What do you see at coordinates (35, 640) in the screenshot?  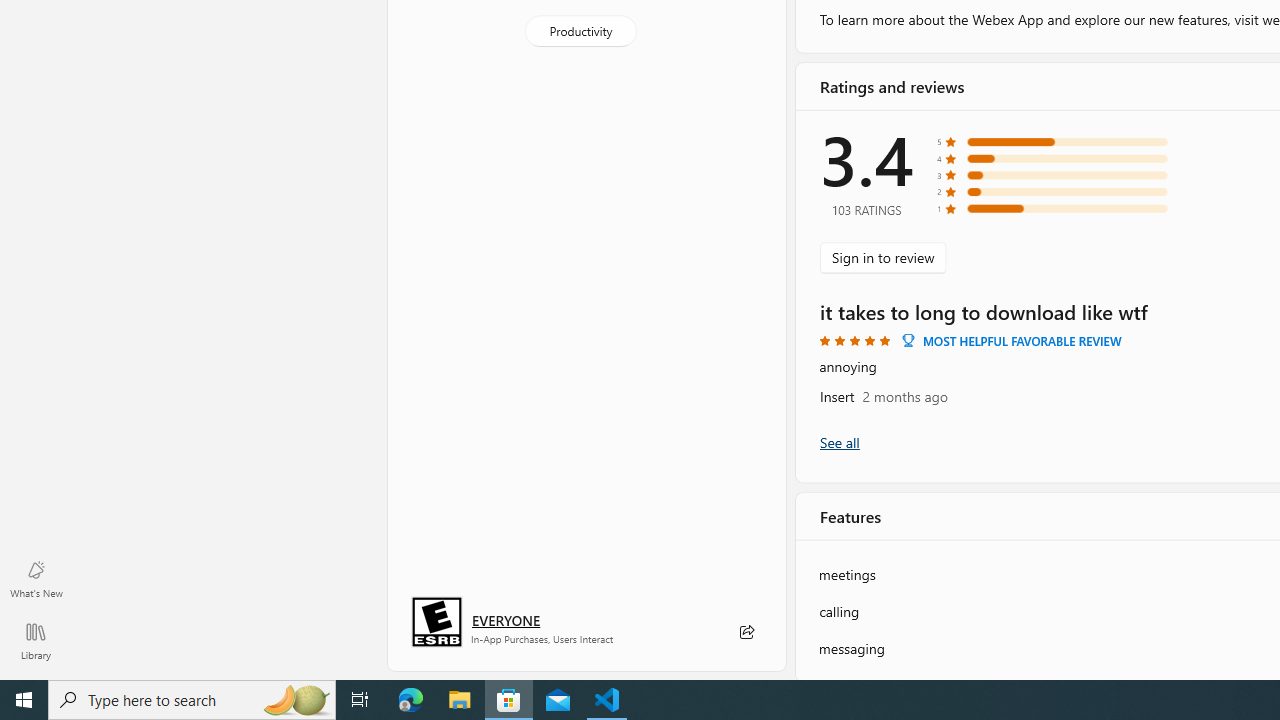 I see `'Library'` at bounding box center [35, 640].